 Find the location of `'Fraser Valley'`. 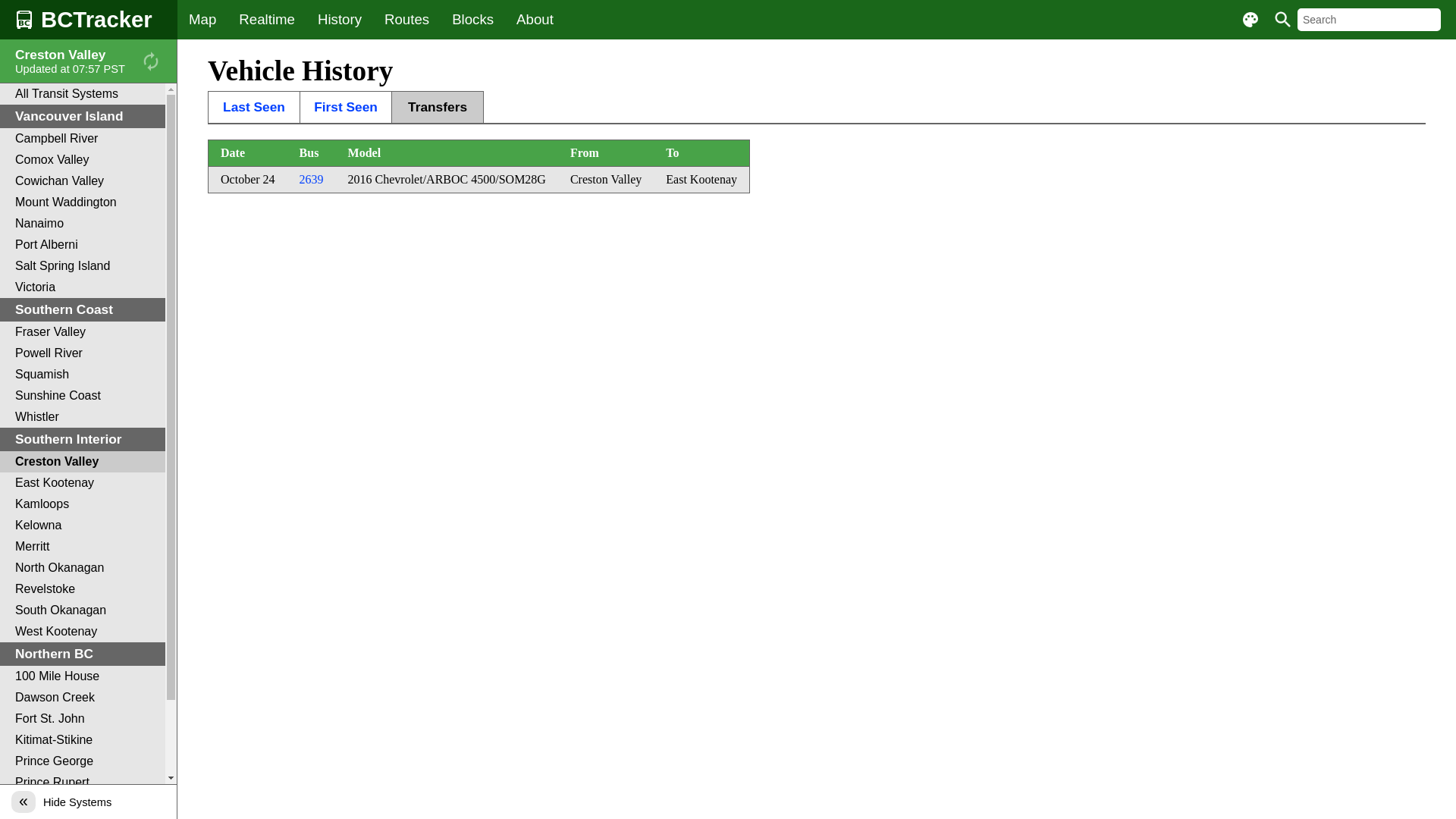

'Fraser Valley' is located at coordinates (0, 331).